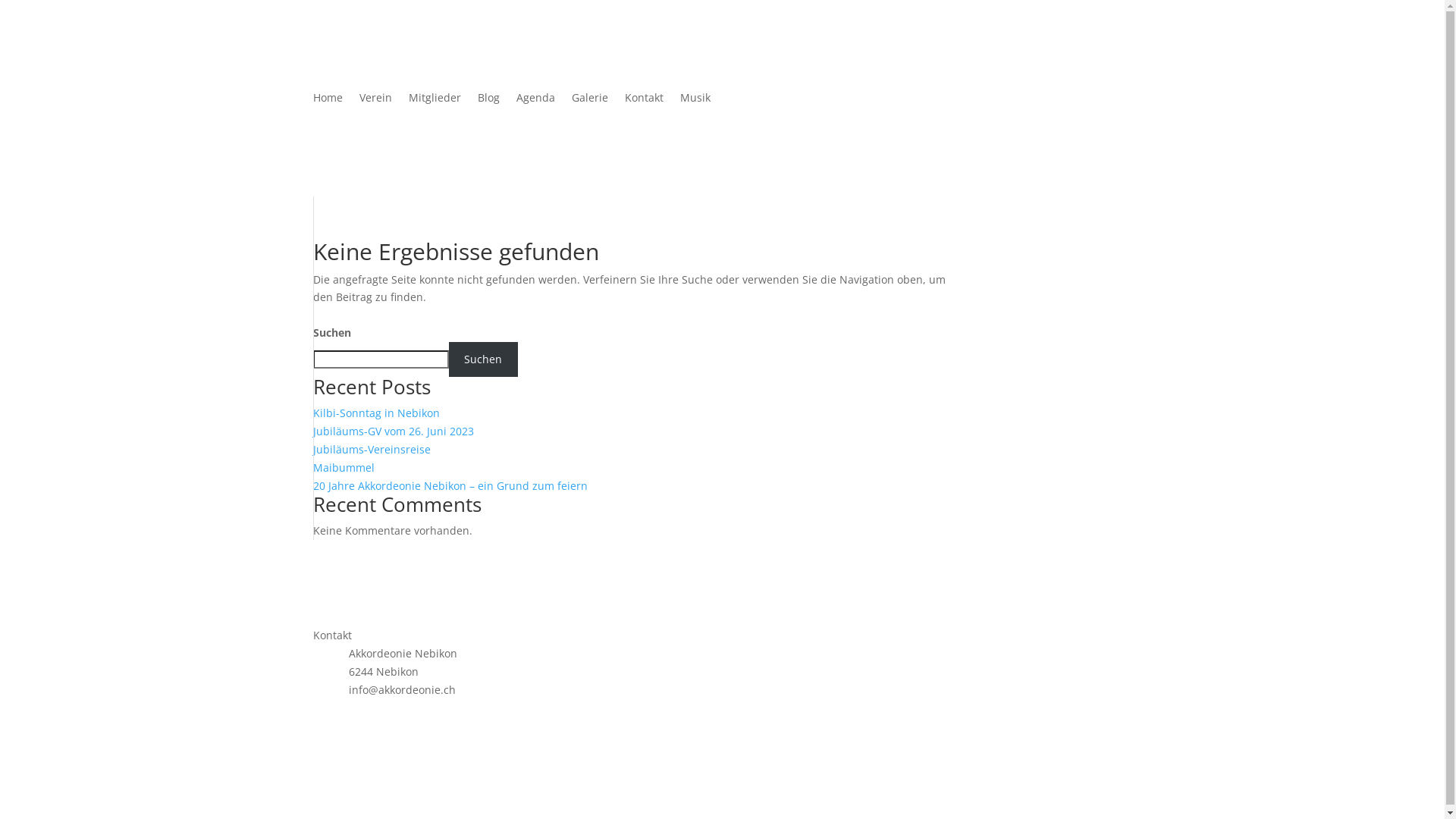  I want to click on 'Kontakt', so click(625, 100).